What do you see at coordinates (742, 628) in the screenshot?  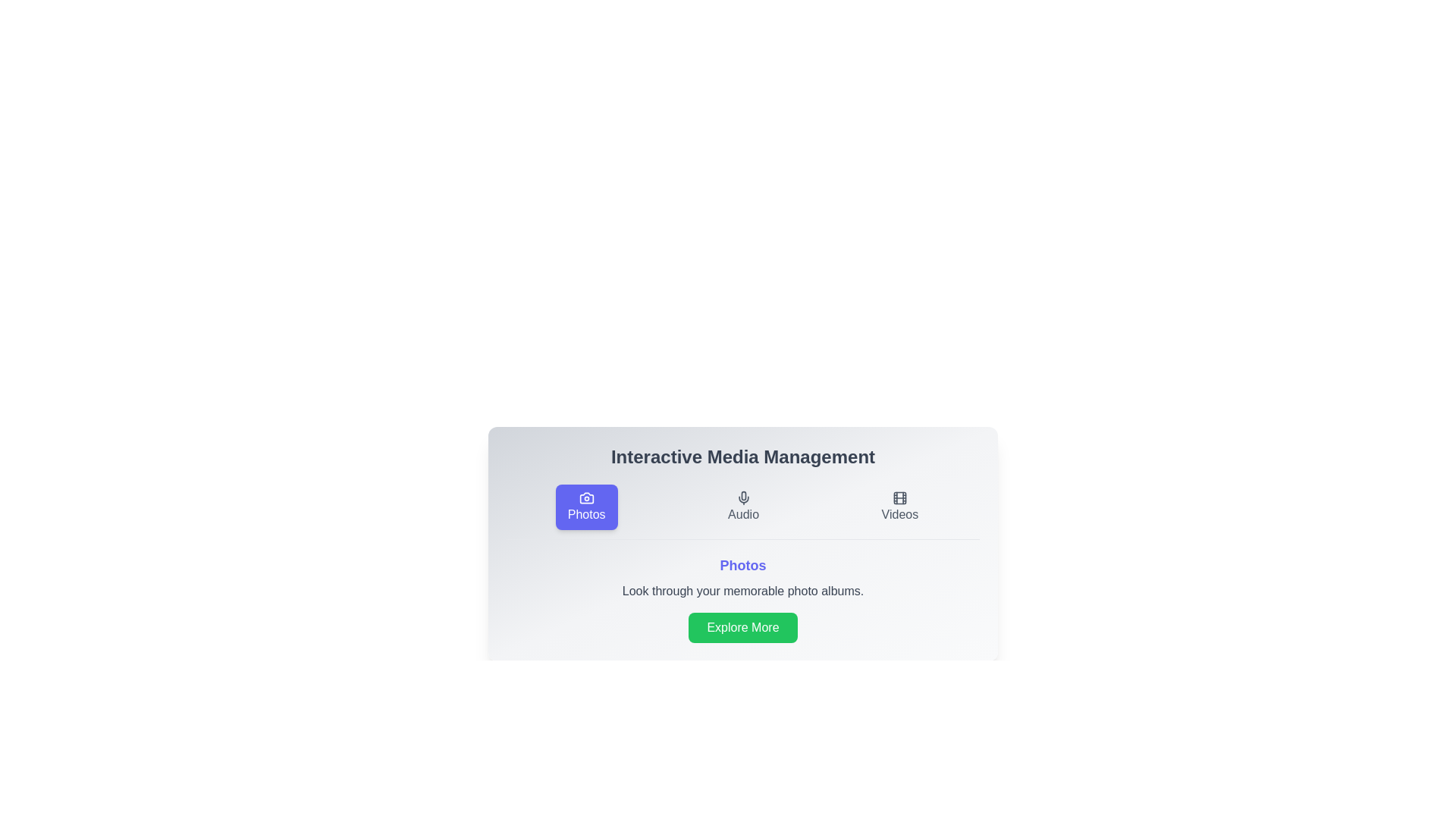 I see `the 'Explore More' button` at bounding box center [742, 628].